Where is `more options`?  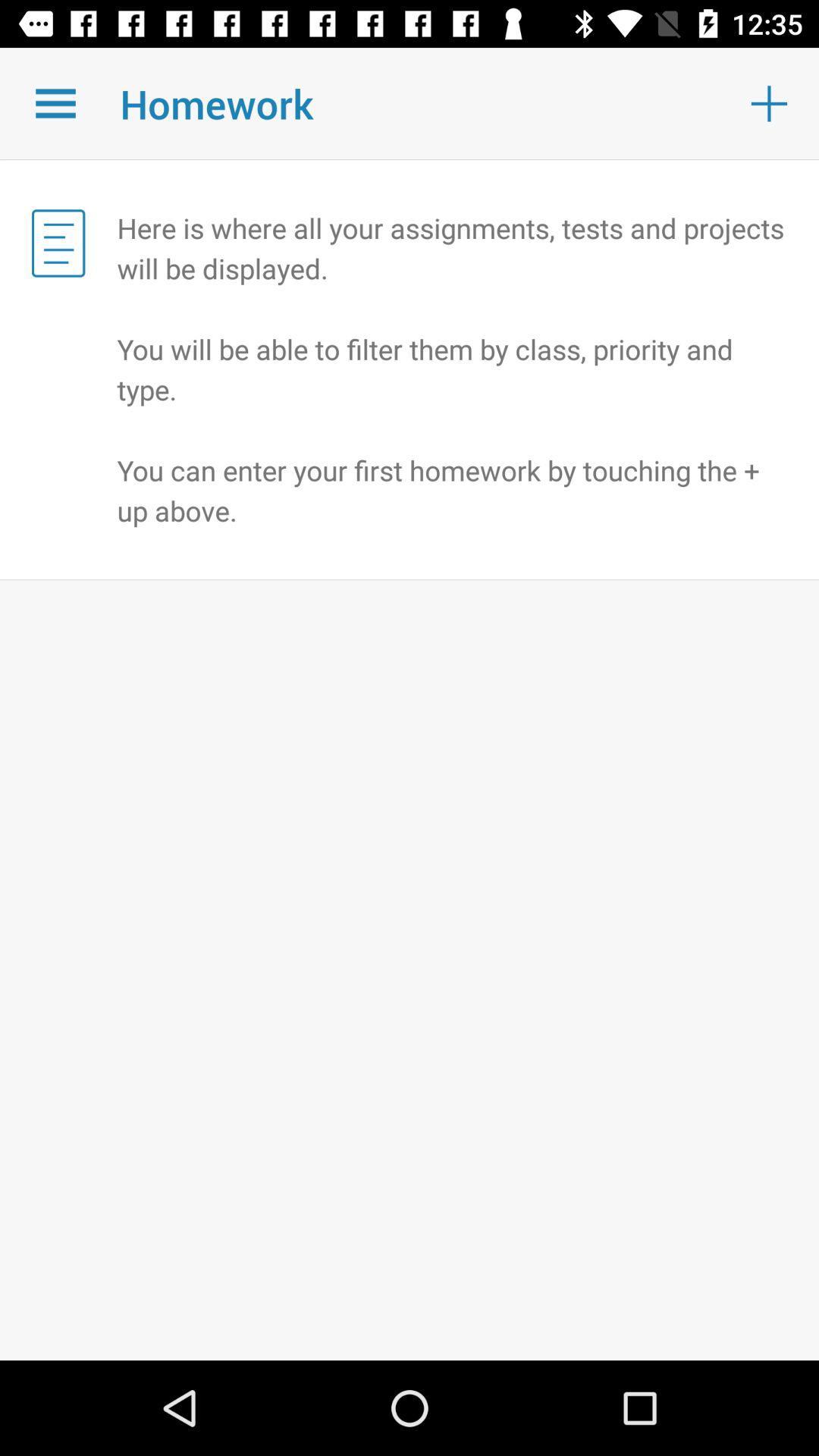
more options is located at coordinates (55, 102).